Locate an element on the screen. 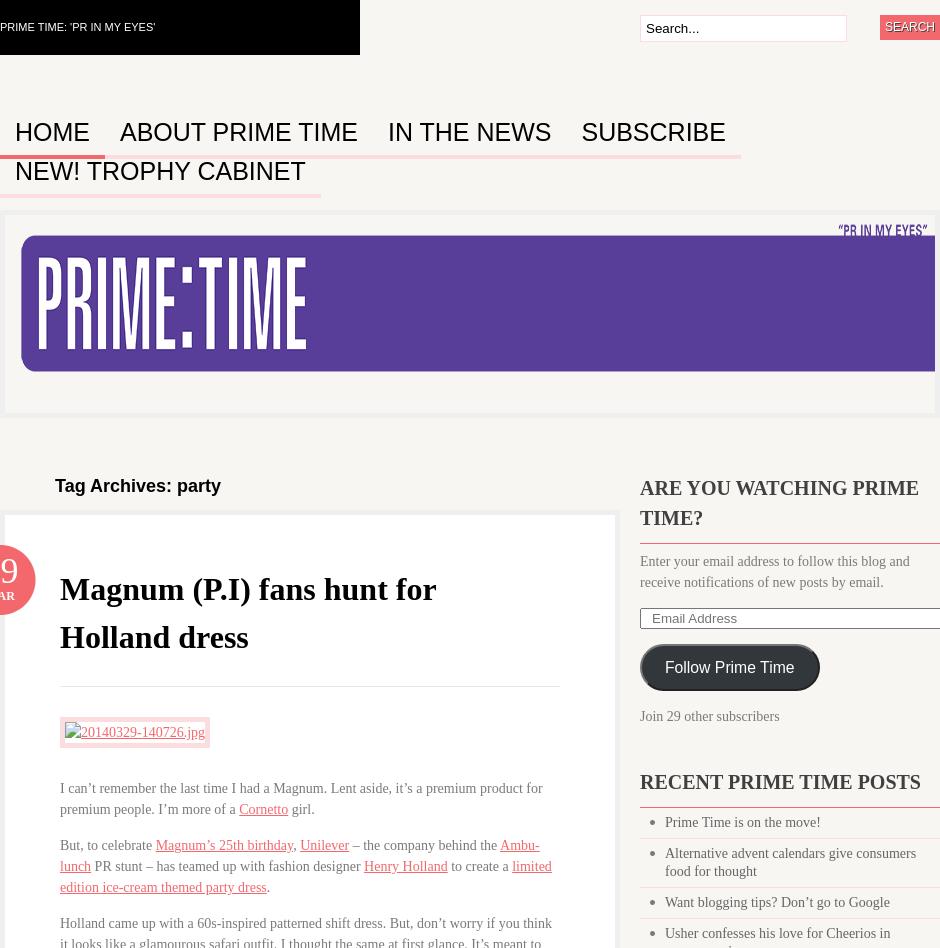 The width and height of the screenshot is (940, 948). 'Join 29 other subscribers' is located at coordinates (709, 716).